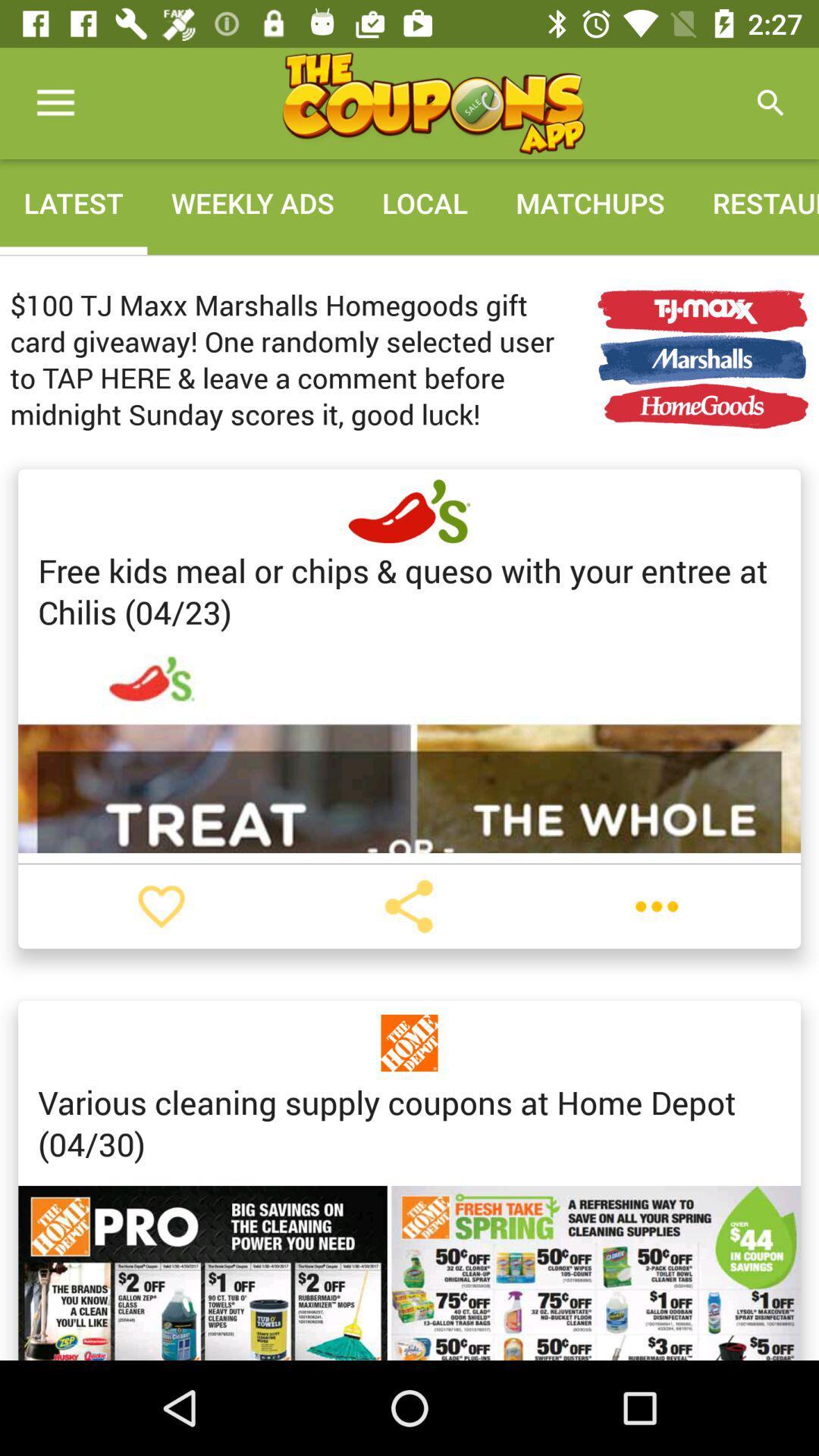 This screenshot has width=819, height=1456. I want to click on share the article, so click(408, 906).